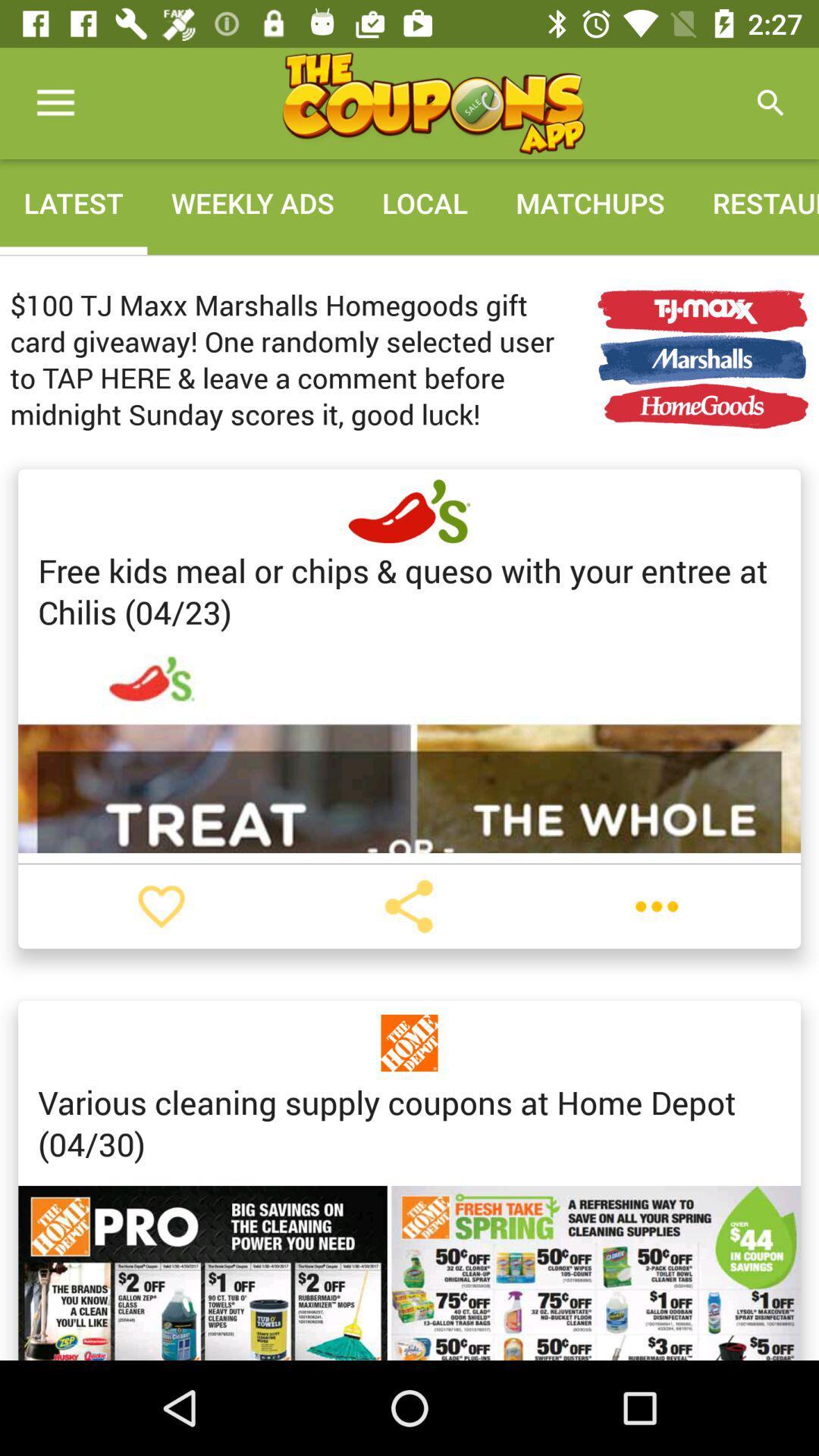 This screenshot has width=819, height=1456. I want to click on share the article, so click(408, 906).